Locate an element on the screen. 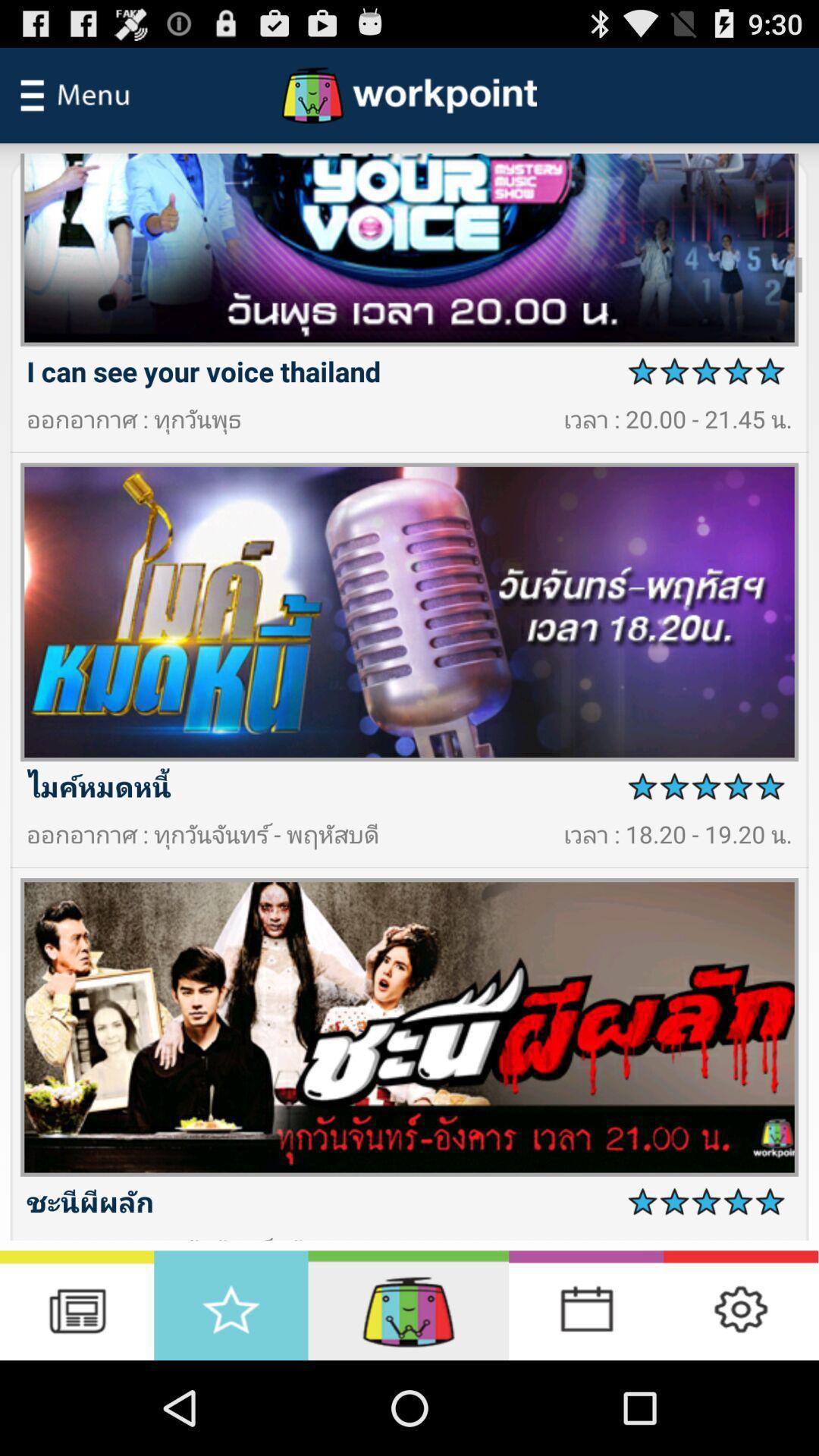  click for menu is located at coordinates (75, 94).